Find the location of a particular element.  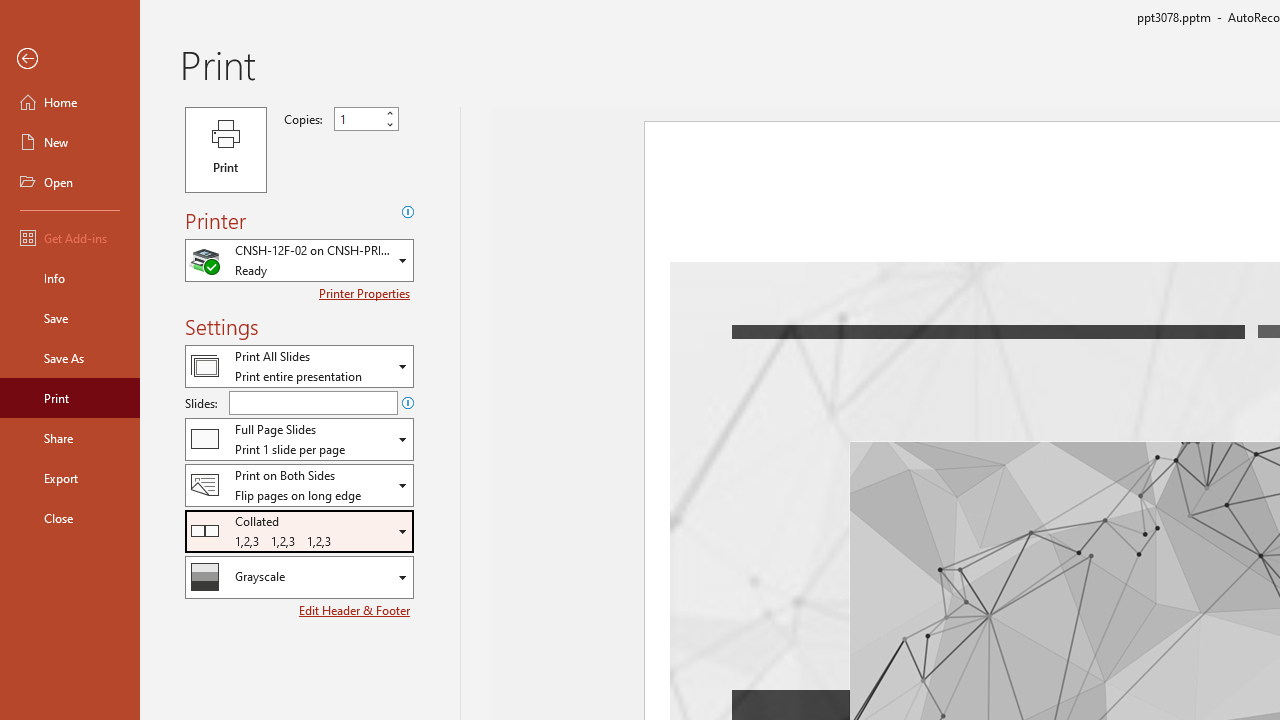

'Copies' is located at coordinates (358, 119).